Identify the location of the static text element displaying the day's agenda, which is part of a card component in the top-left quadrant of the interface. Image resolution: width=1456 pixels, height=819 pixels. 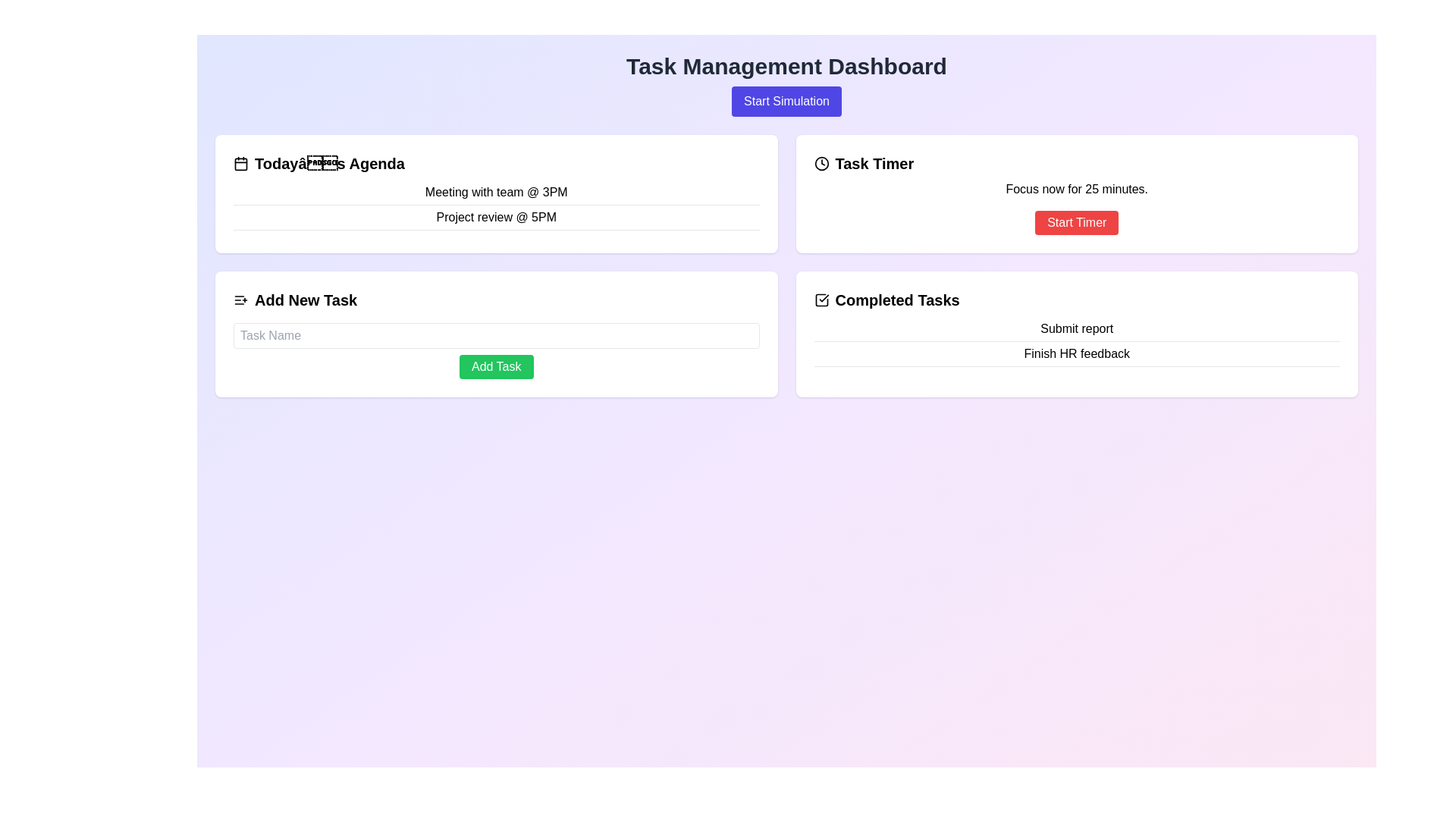
(496, 191).